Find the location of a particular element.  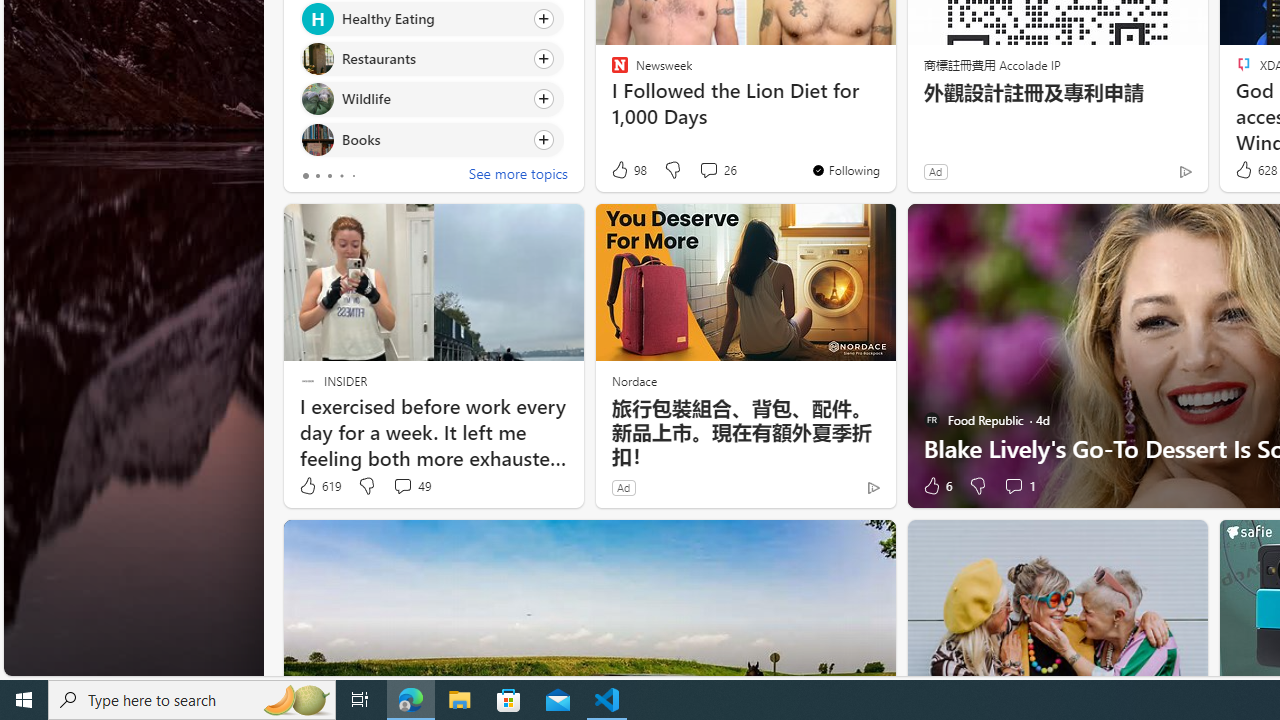

'tab-4' is located at coordinates (353, 175).